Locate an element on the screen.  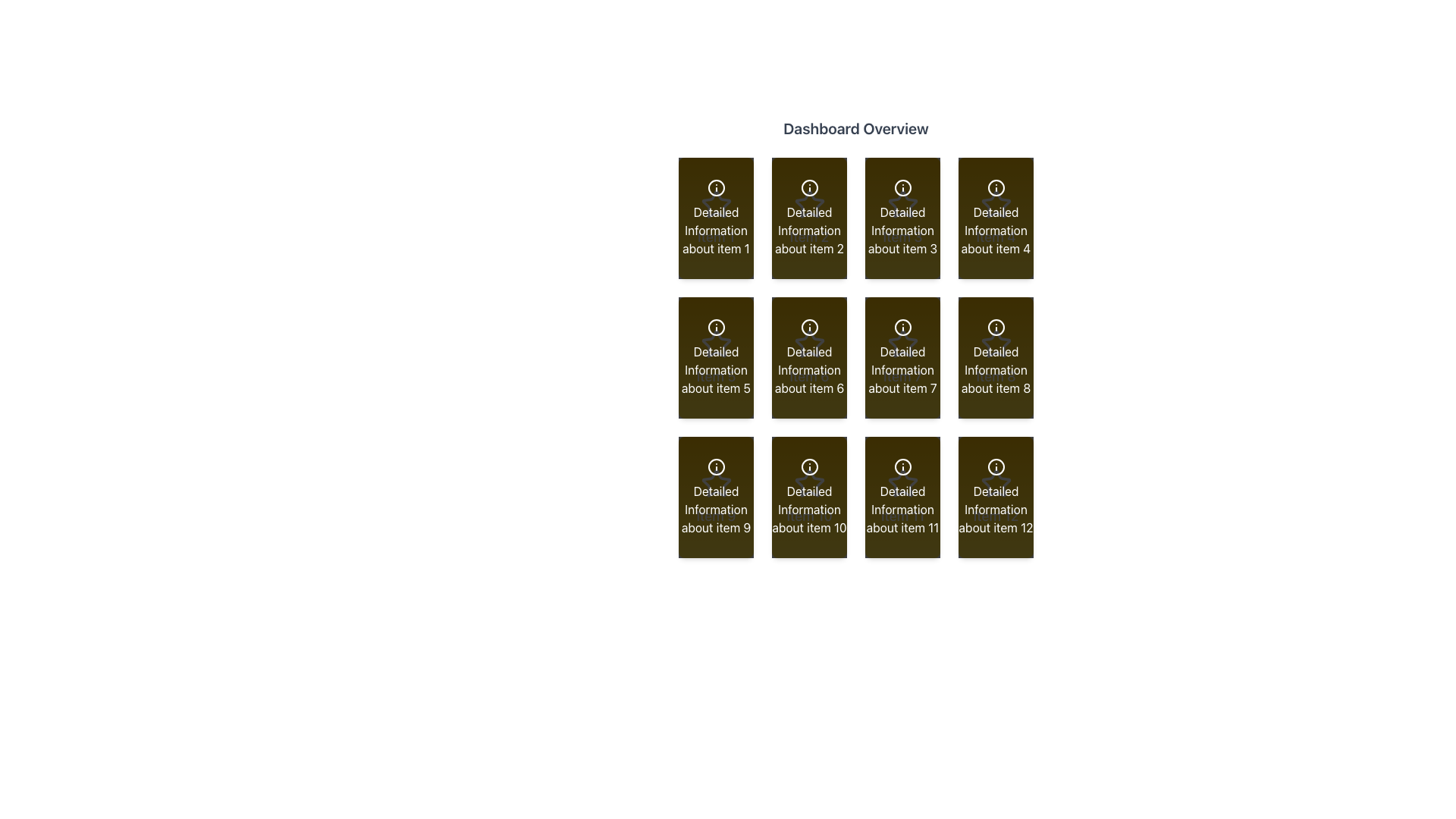
the star-shaped decorative or status-indicating icon located above the text on the 'Item 1' card in the top-left corner of the grid is located at coordinates (715, 205).